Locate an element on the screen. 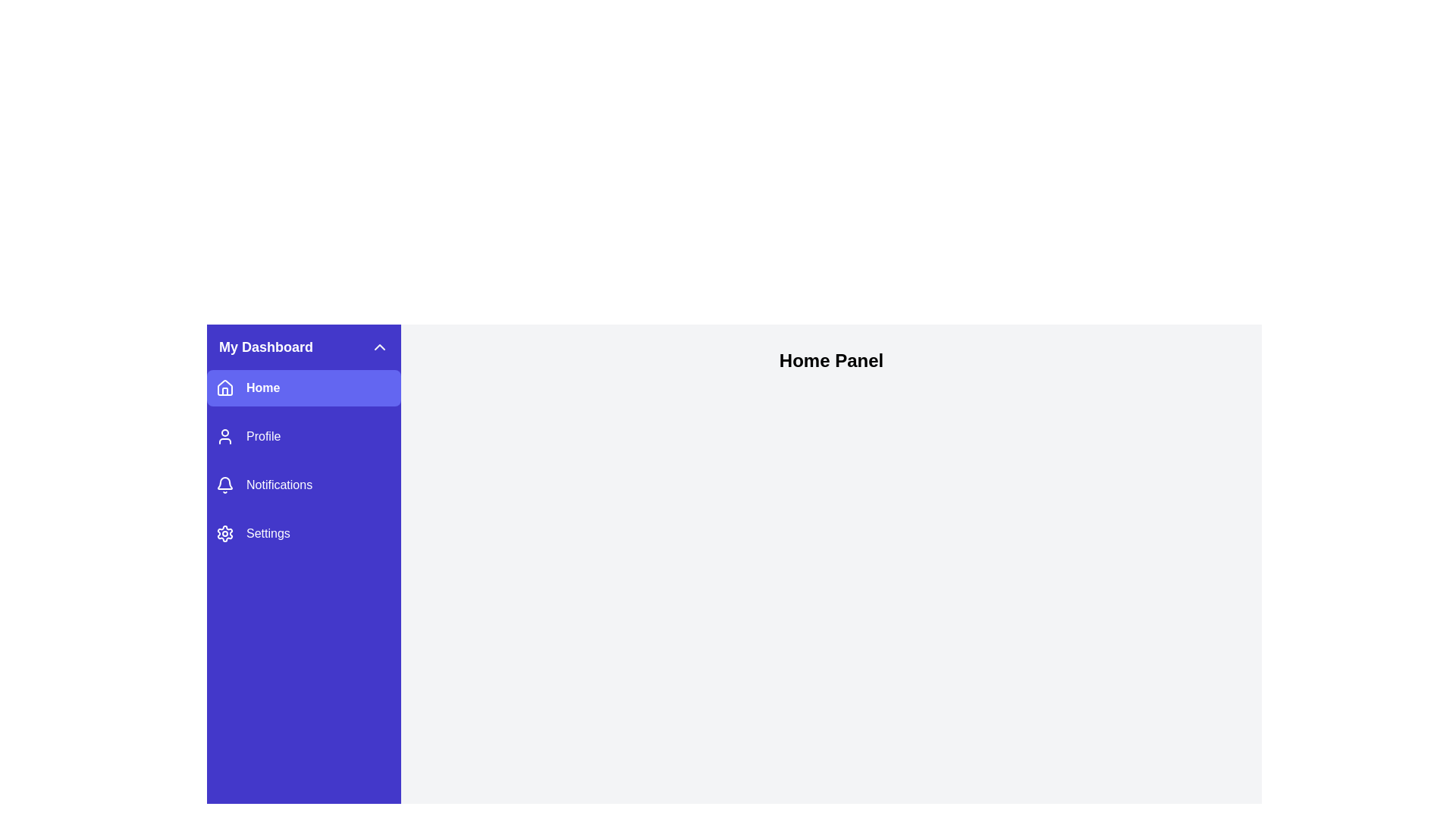 The height and width of the screenshot is (819, 1456). the navigation button located below the 'Notifications' menu item in the left sidebar is located at coordinates (303, 533).